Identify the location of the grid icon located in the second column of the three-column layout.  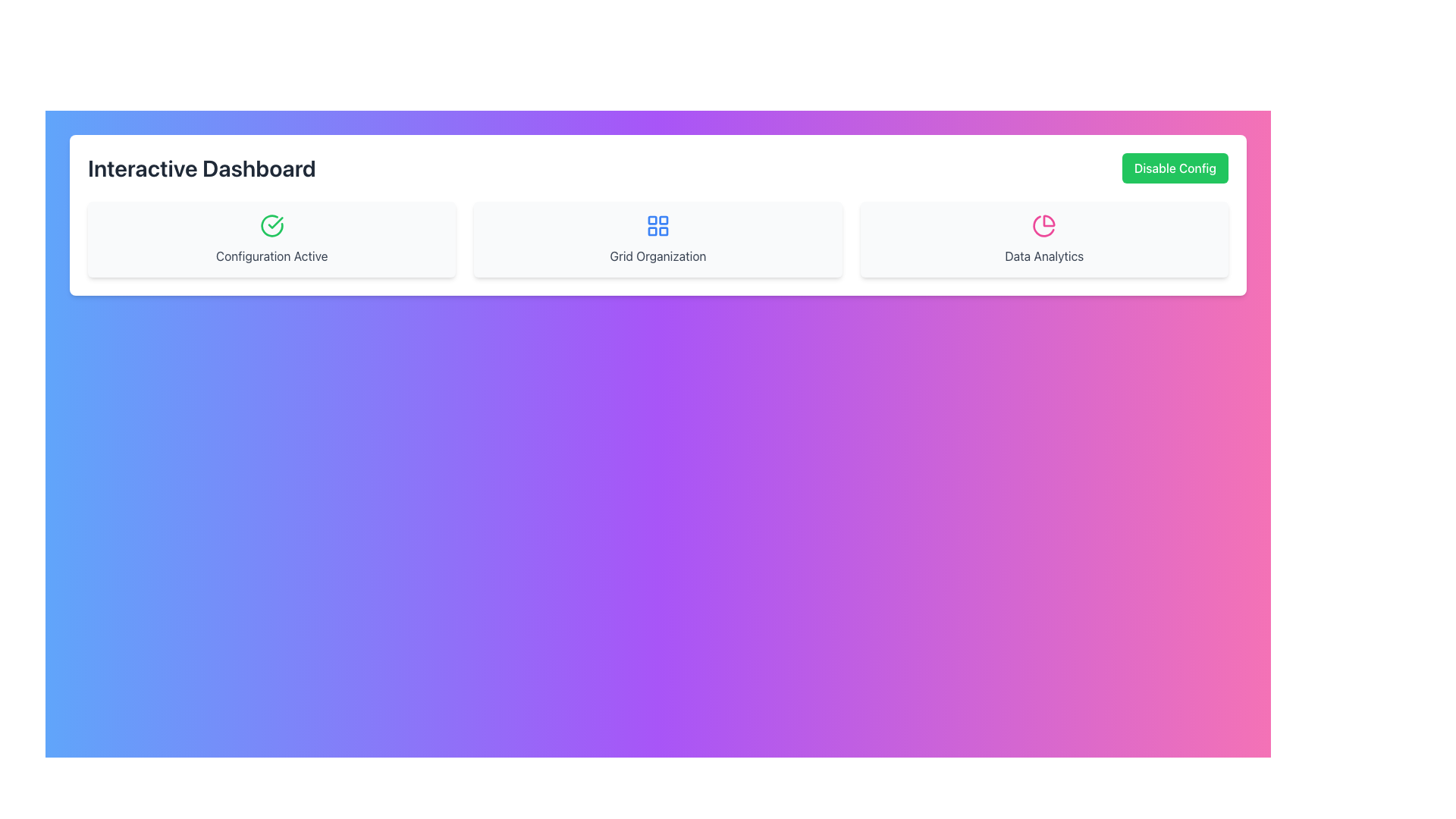
(658, 225).